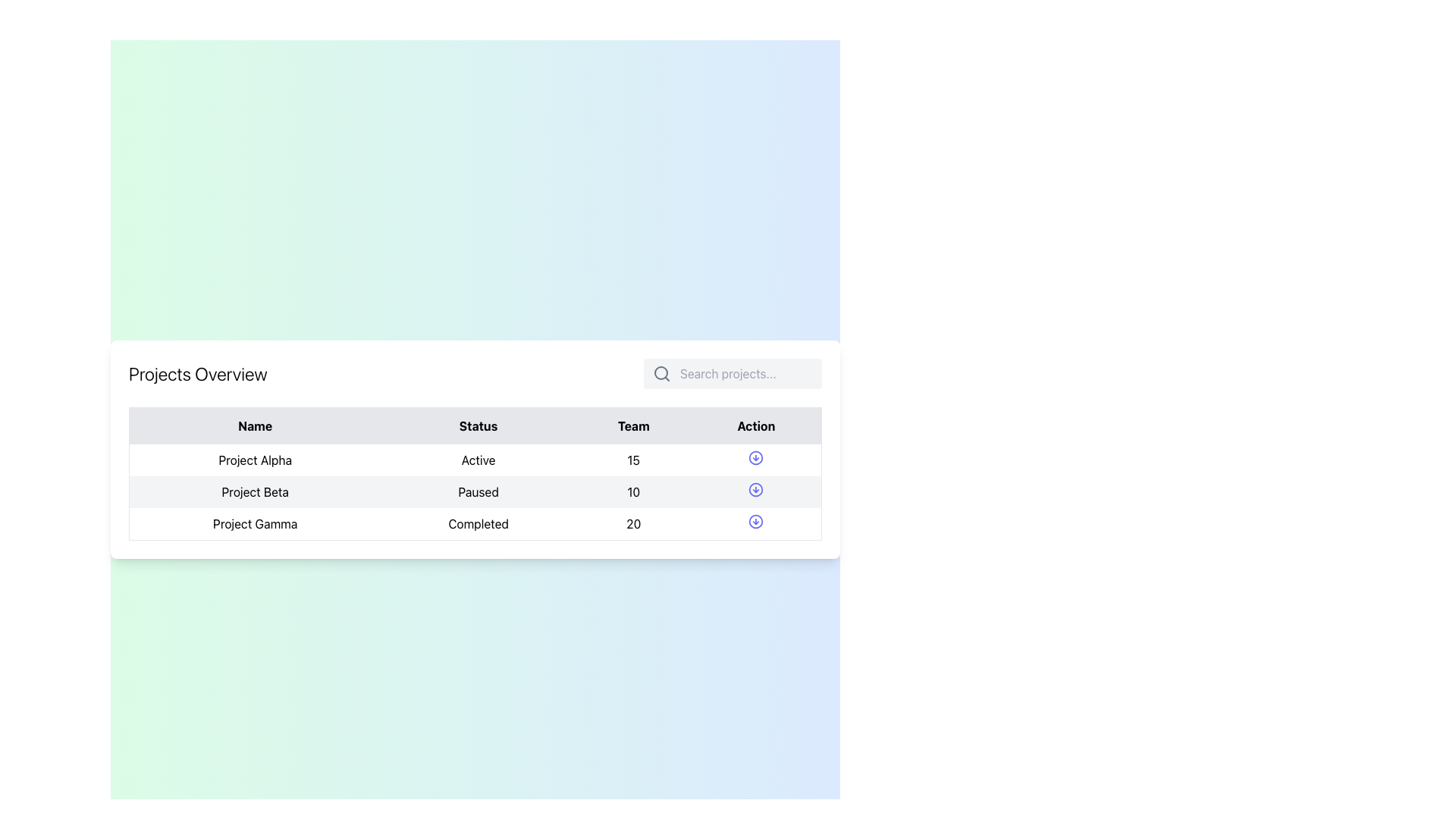 This screenshot has width=1456, height=819. I want to click on the numeric value representing the team size in the third row under the 'Team' column of the table, which is located immediately after 'Completed' and before the 'Action' column, so click(633, 523).